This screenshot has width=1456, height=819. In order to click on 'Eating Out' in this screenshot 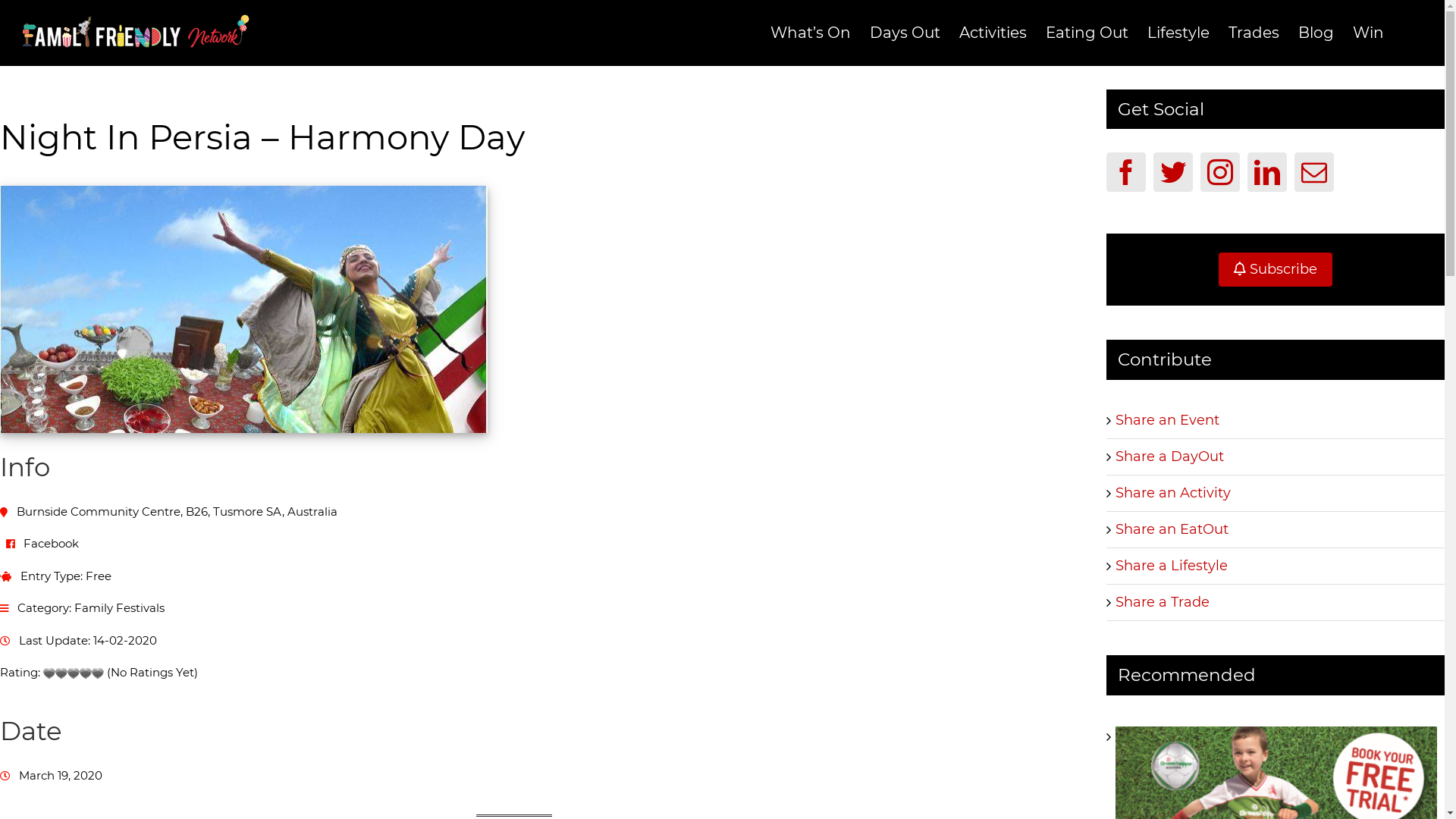, I will do `click(1044, 33)`.